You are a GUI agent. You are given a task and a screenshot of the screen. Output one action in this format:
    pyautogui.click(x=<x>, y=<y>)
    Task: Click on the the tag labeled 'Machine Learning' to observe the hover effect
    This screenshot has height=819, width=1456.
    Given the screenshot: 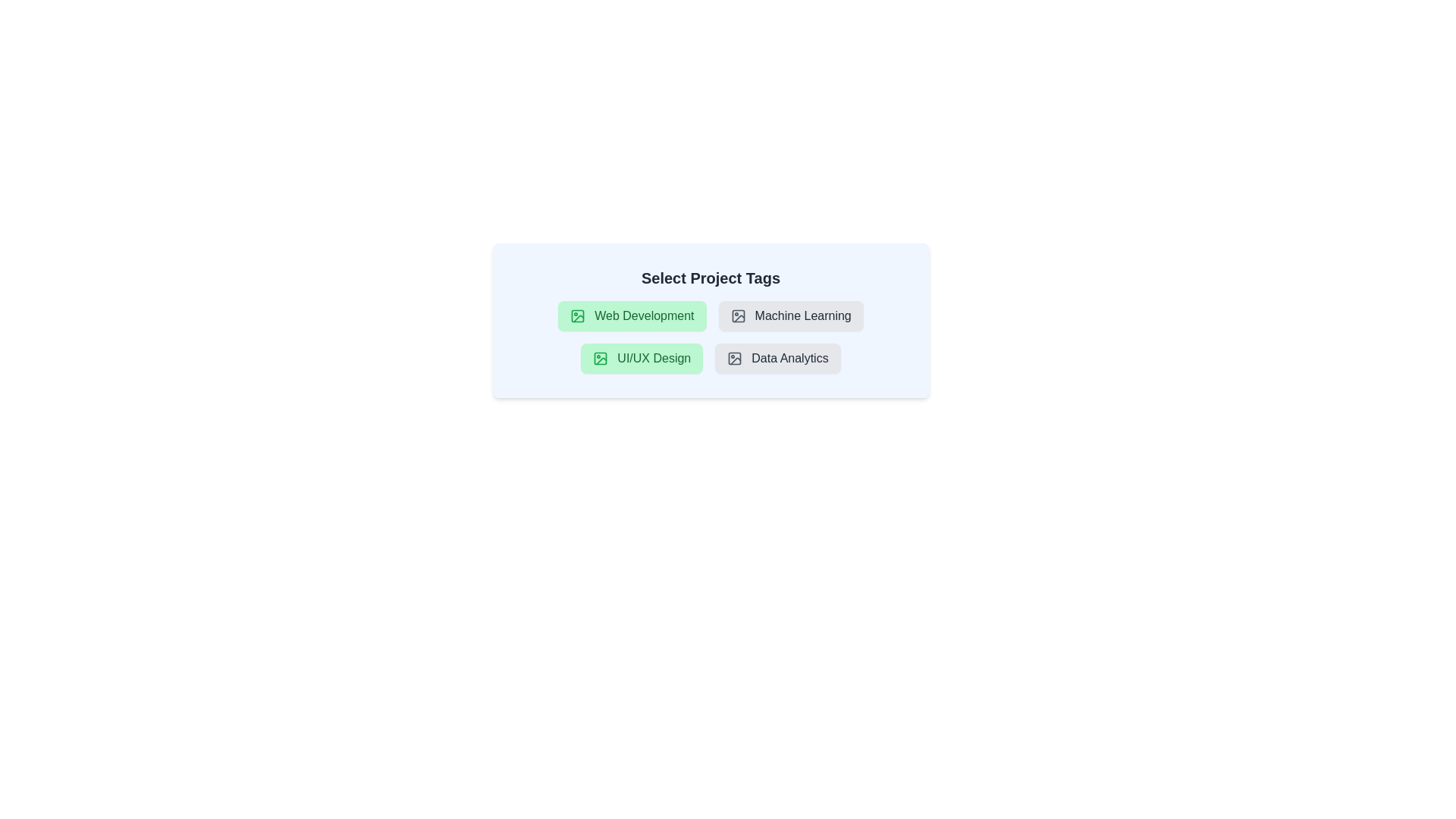 What is the action you would take?
    pyautogui.click(x=790, y=315)
    